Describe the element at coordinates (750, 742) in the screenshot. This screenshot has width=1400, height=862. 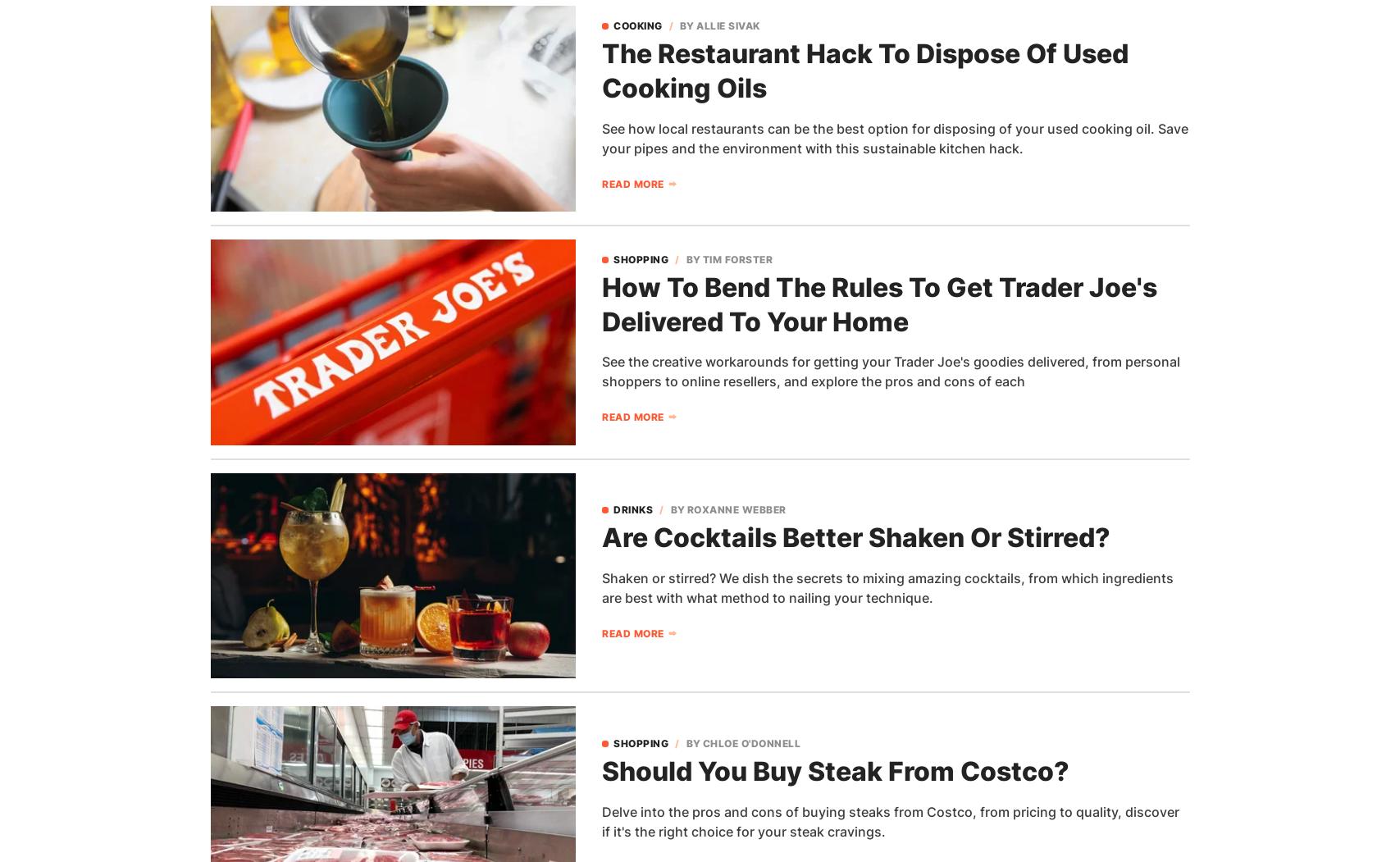
I see `'Chloe O'Donnell'` at that location.